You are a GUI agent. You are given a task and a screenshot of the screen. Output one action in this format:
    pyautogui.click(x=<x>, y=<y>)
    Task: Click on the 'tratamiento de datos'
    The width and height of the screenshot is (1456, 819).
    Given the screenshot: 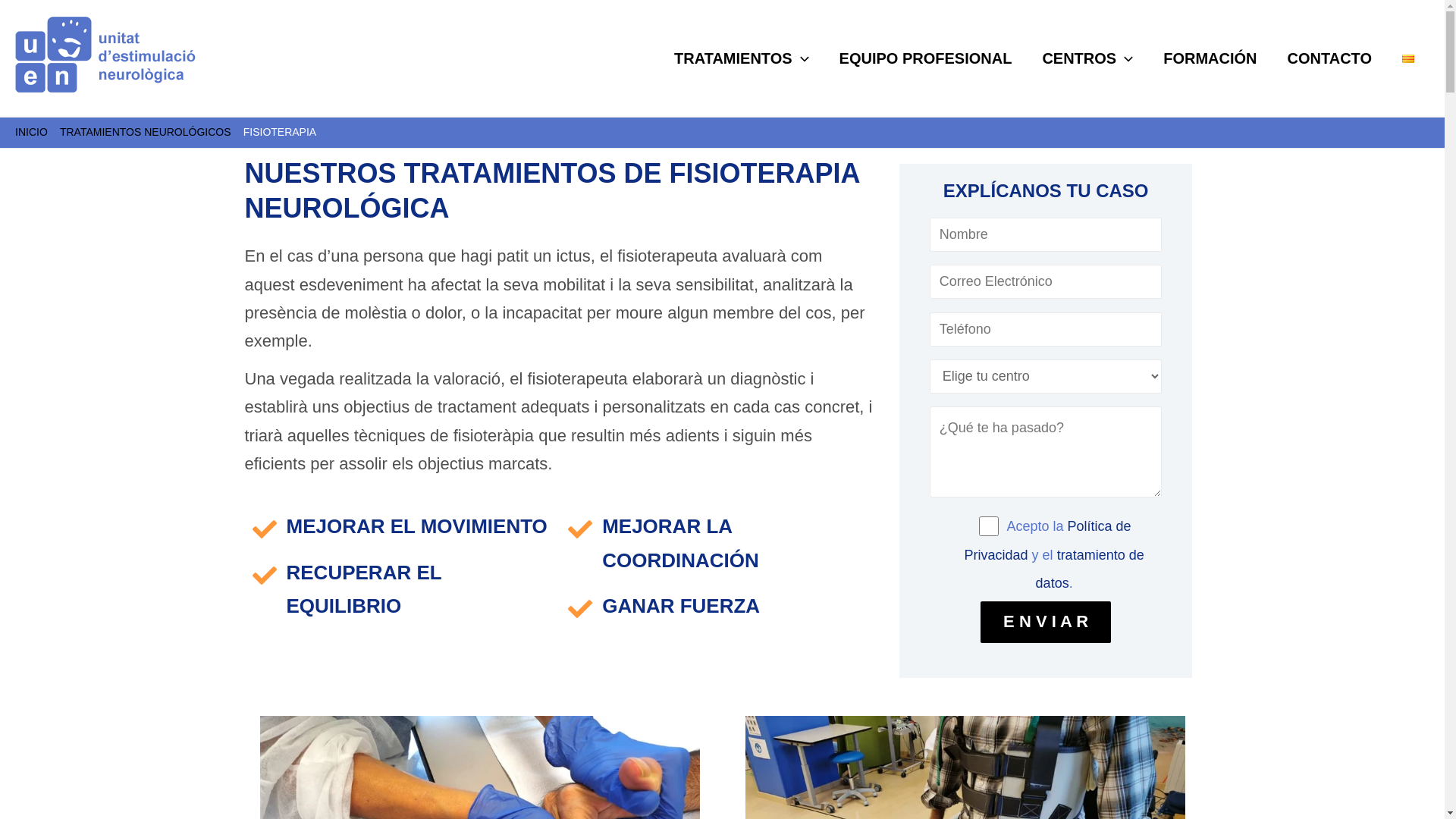 What is the action you would take?
    pyautogui.click(x=1089, y=569)
    